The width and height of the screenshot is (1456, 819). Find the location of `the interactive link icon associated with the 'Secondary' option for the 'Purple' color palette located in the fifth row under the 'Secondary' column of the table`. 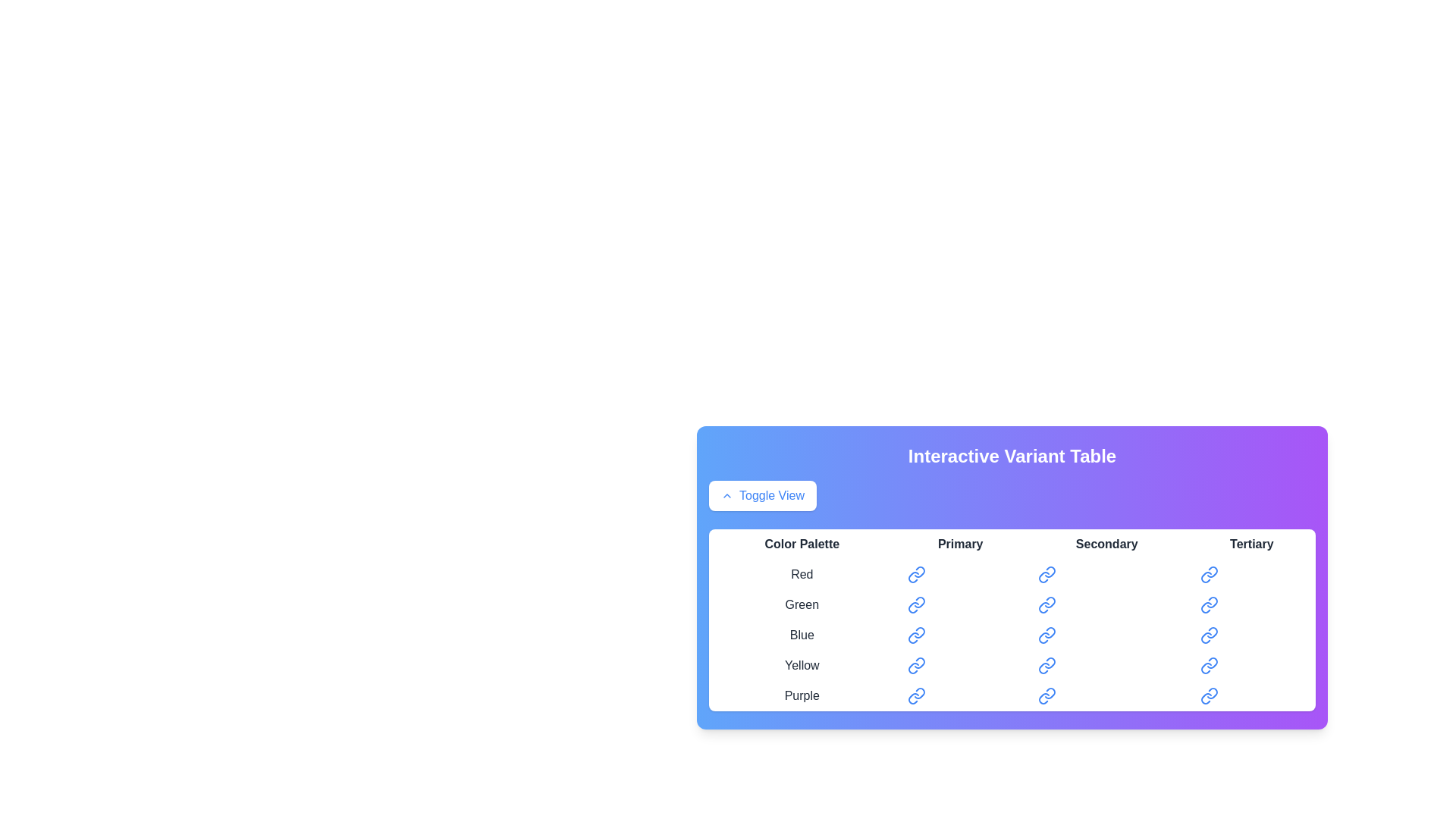

the interactive link icon associated with the 'Secondary' option for the 'Purple' color palette located in the fifth row under the 'Secondary' column of the table is located at coordinates (1043, 698).